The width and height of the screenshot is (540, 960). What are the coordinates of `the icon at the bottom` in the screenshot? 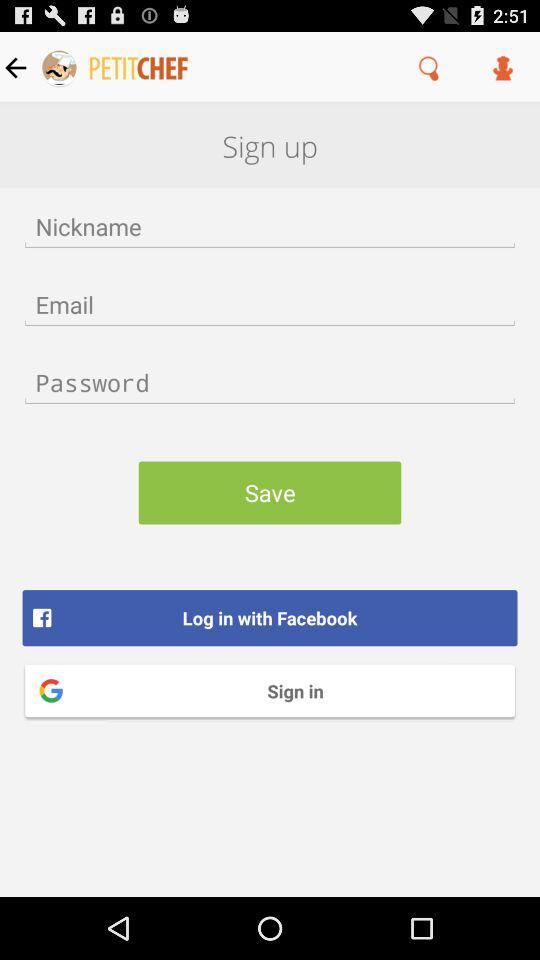 It's located at (270, 690).